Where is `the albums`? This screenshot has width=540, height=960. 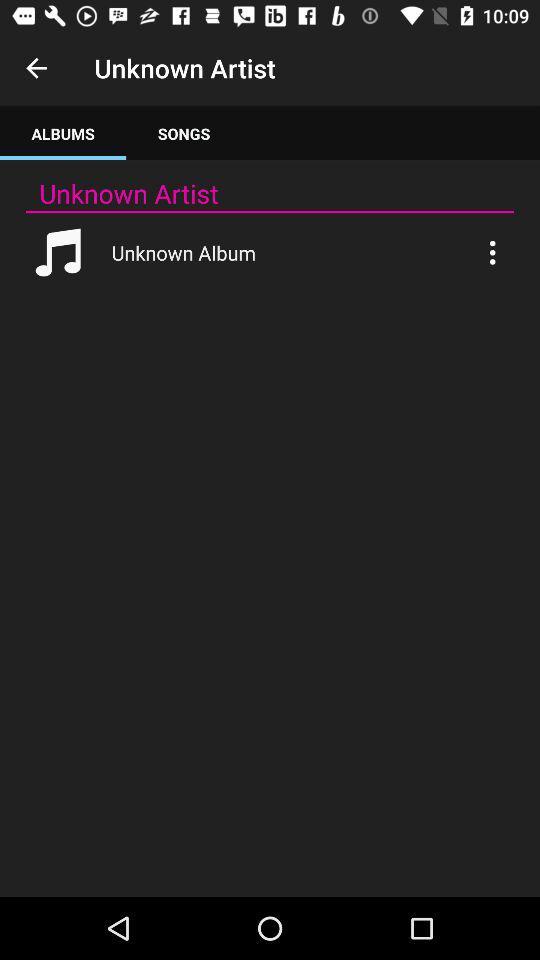 the albums is located at coordinates (63, 132).